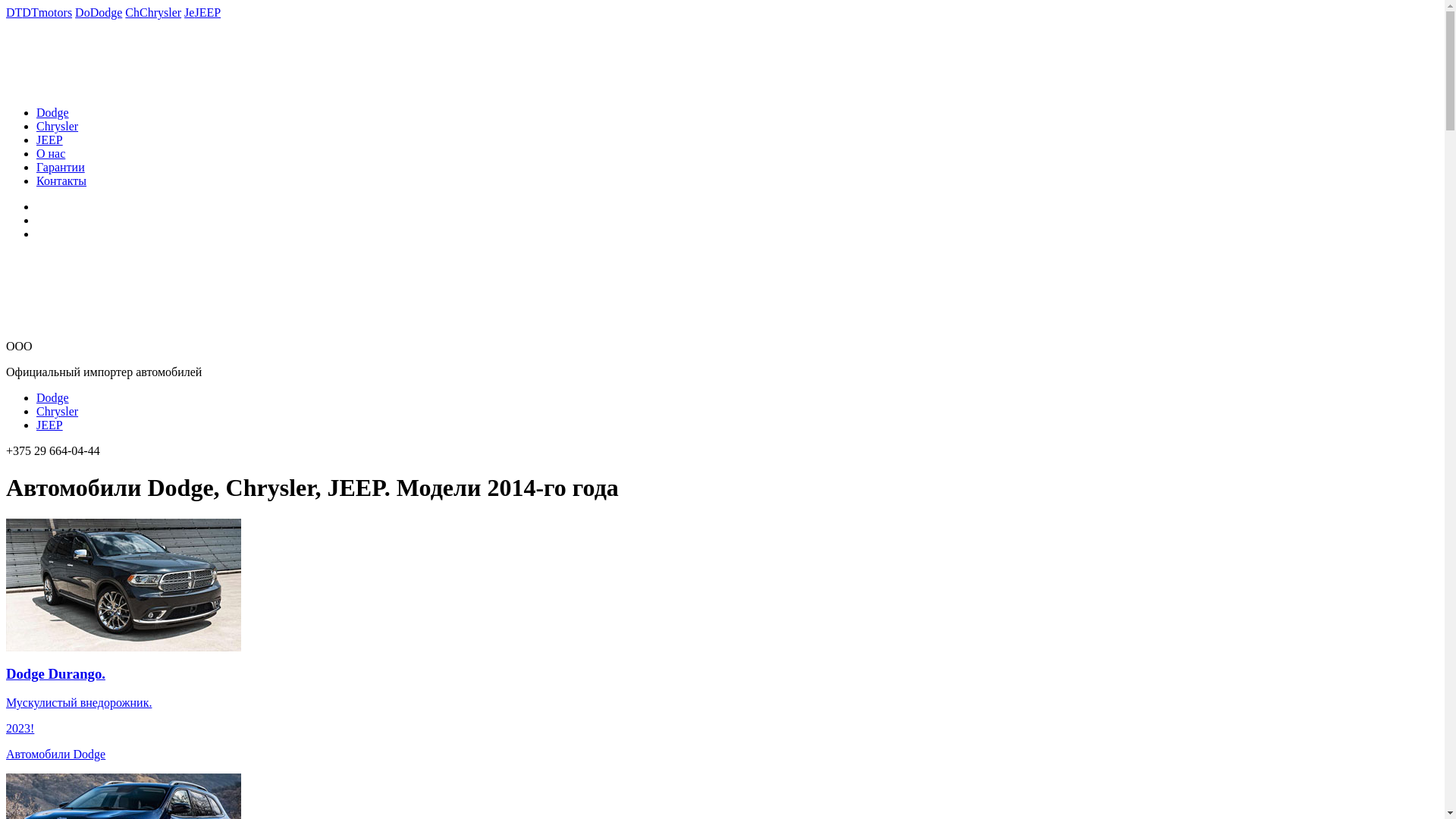 This screenshot has height=819, width=1456. I want to click on 'DoDodge', so click(97, 12).